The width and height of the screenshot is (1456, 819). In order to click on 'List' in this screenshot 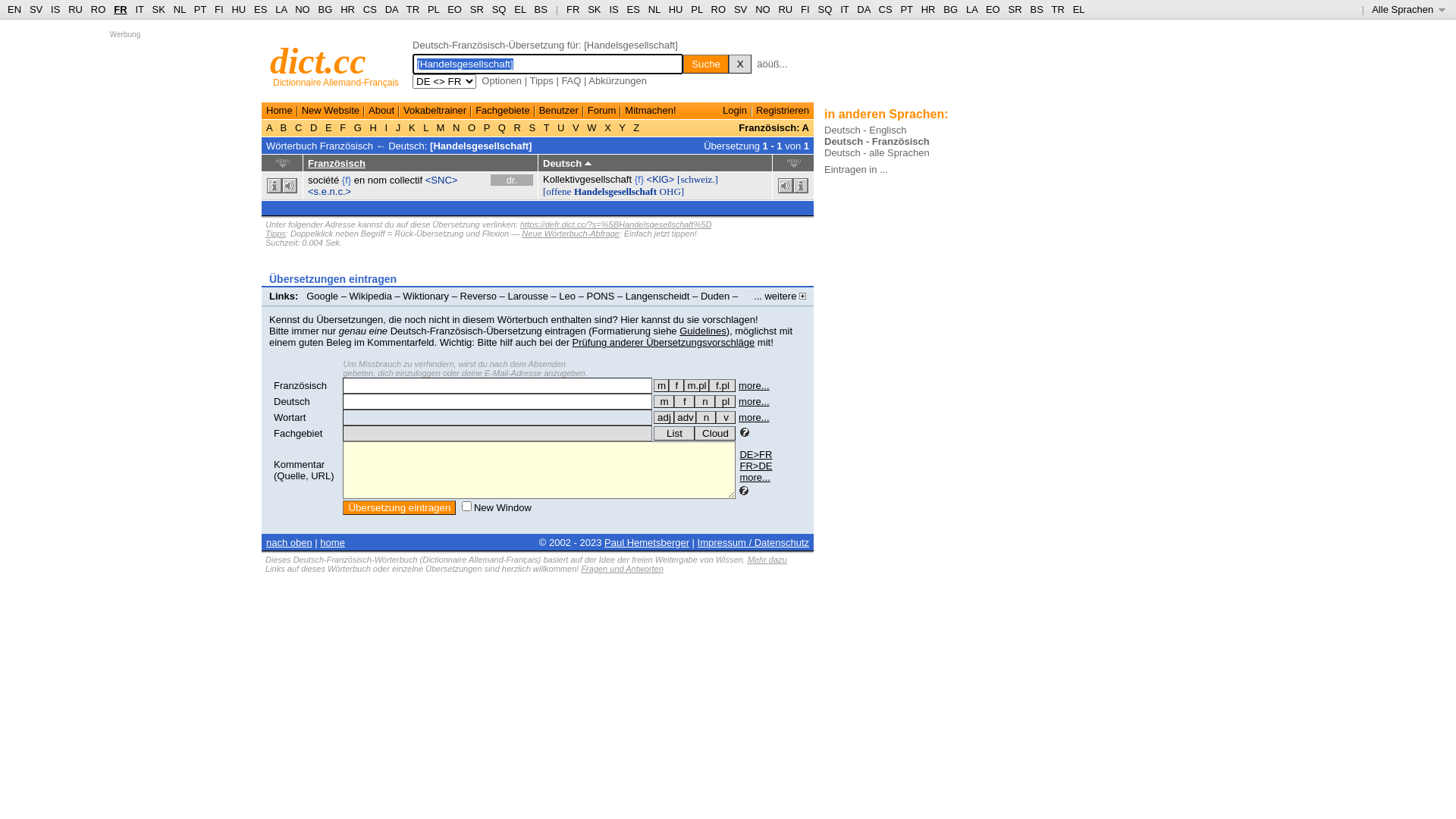, I will do `click(673, 433)`.